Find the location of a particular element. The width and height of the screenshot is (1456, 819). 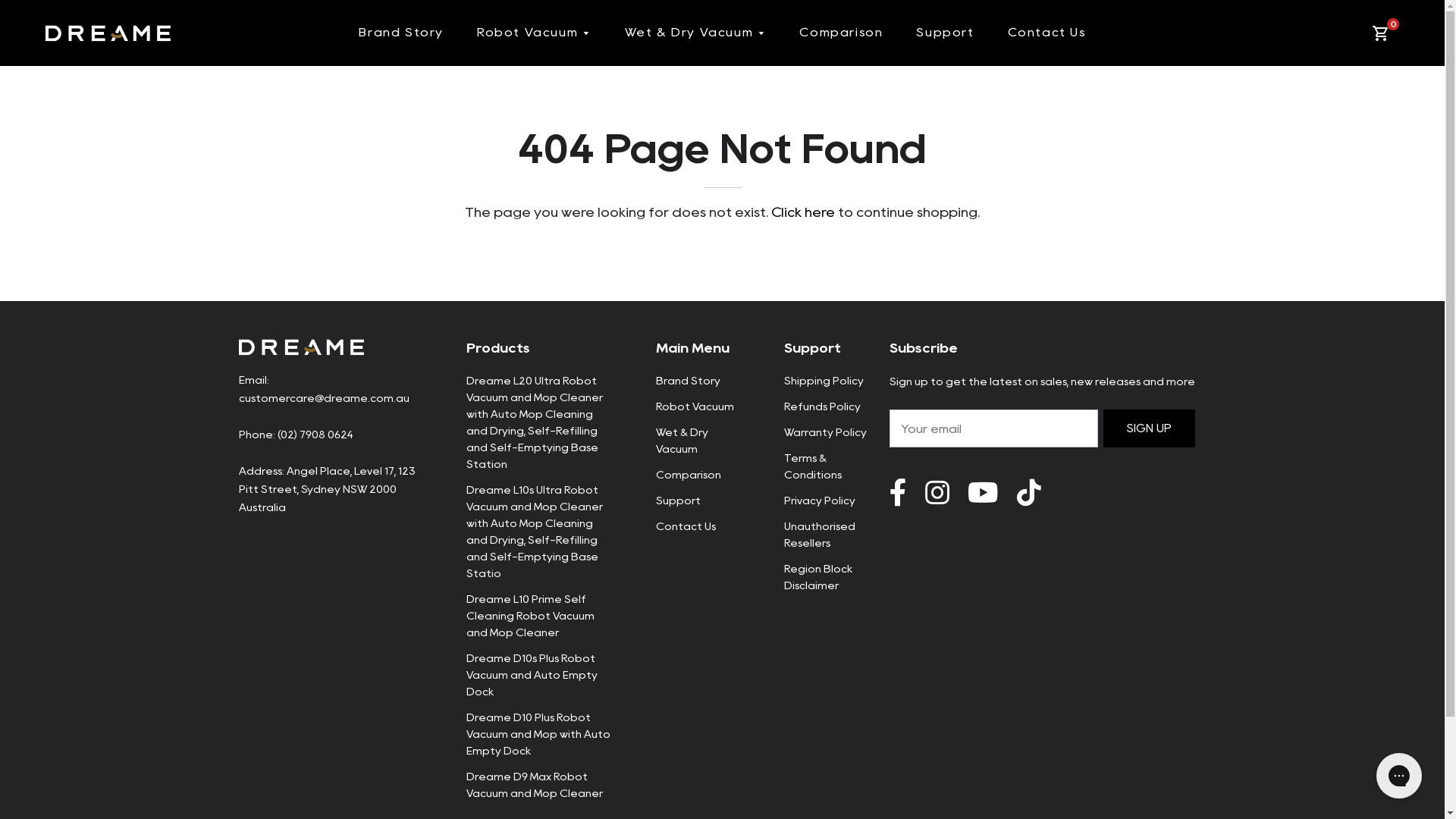

'Dreame D10s Plus Robot Vacuum and Auto Empty Dock' is located at coordinates (531, 674).